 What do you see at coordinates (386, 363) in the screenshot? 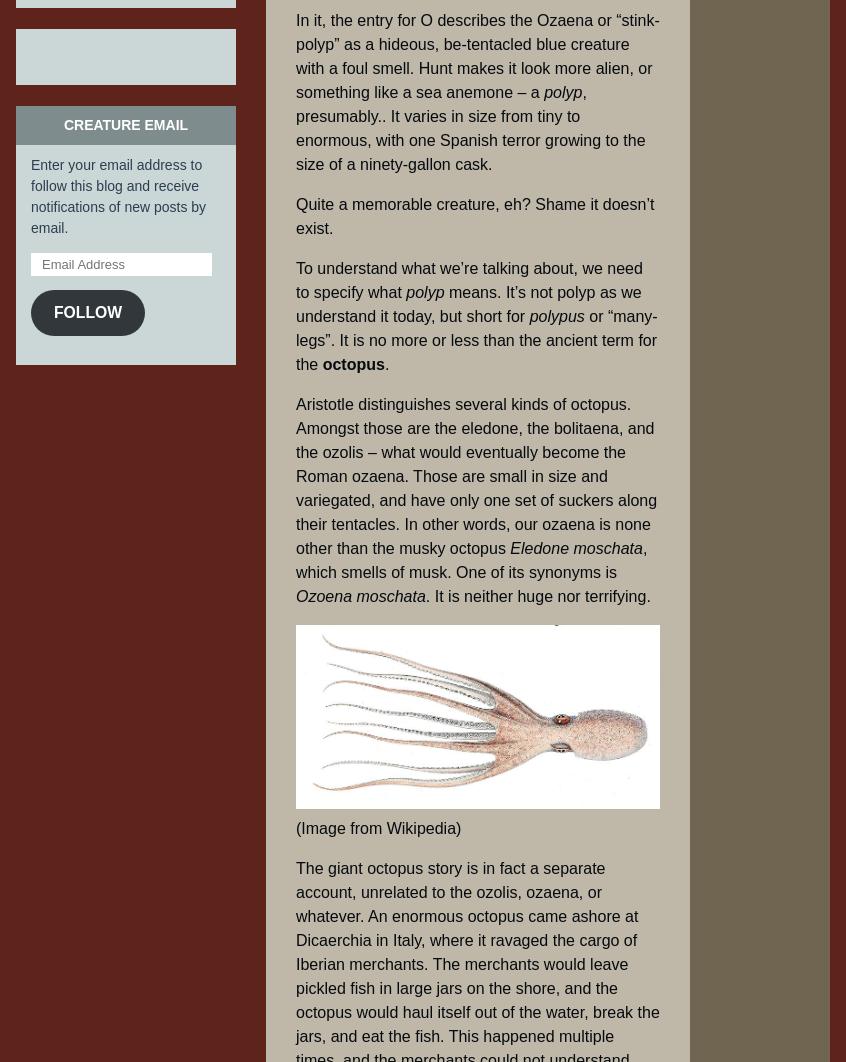
I see `'.'` at bounding box center [386, 363].